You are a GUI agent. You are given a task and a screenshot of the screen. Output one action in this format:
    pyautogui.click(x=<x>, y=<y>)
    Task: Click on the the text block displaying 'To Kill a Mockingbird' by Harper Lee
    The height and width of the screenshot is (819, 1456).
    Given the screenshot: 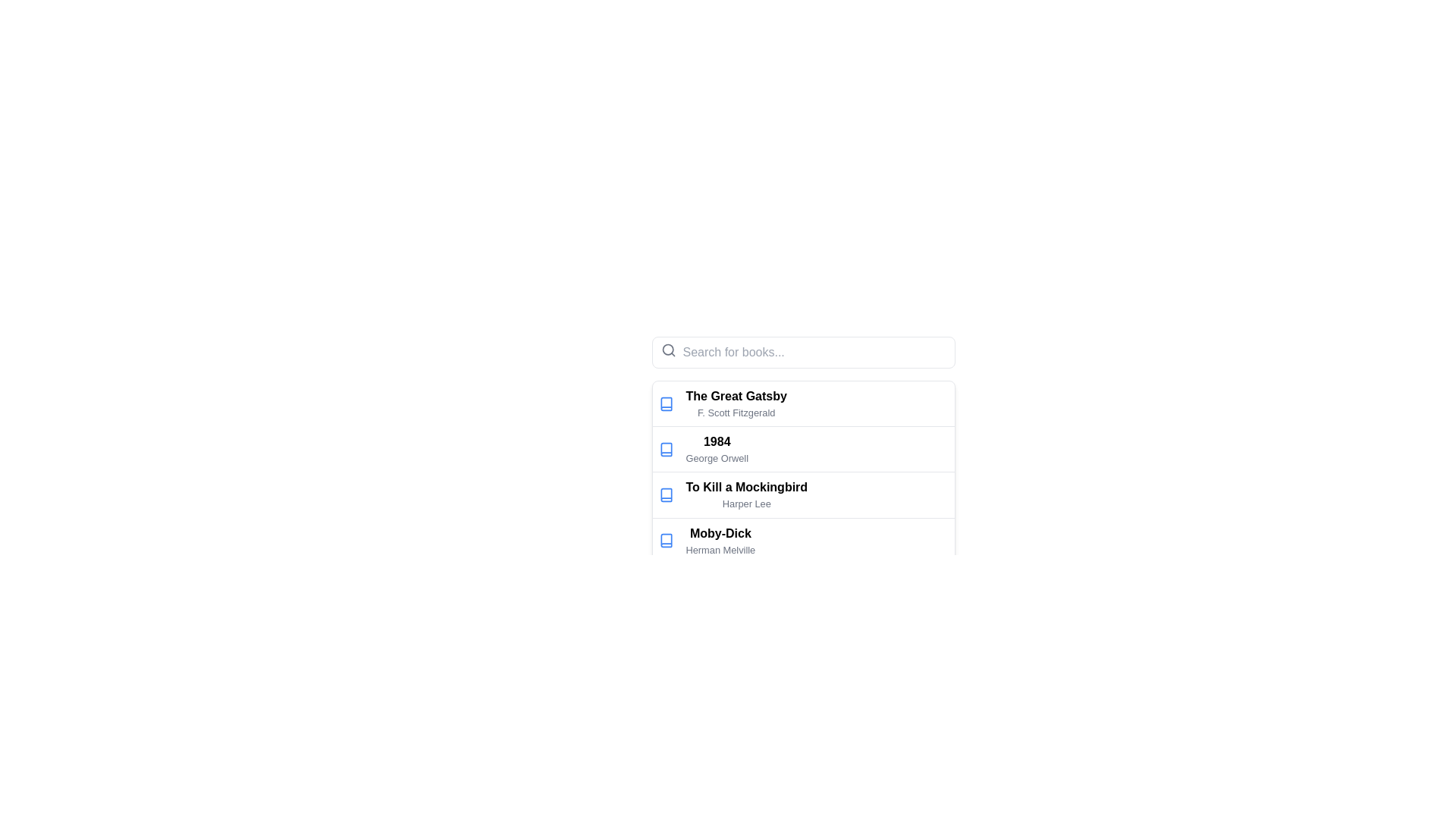 What is the action you would take?
    pyautogui.click(x=746, y=494)
    